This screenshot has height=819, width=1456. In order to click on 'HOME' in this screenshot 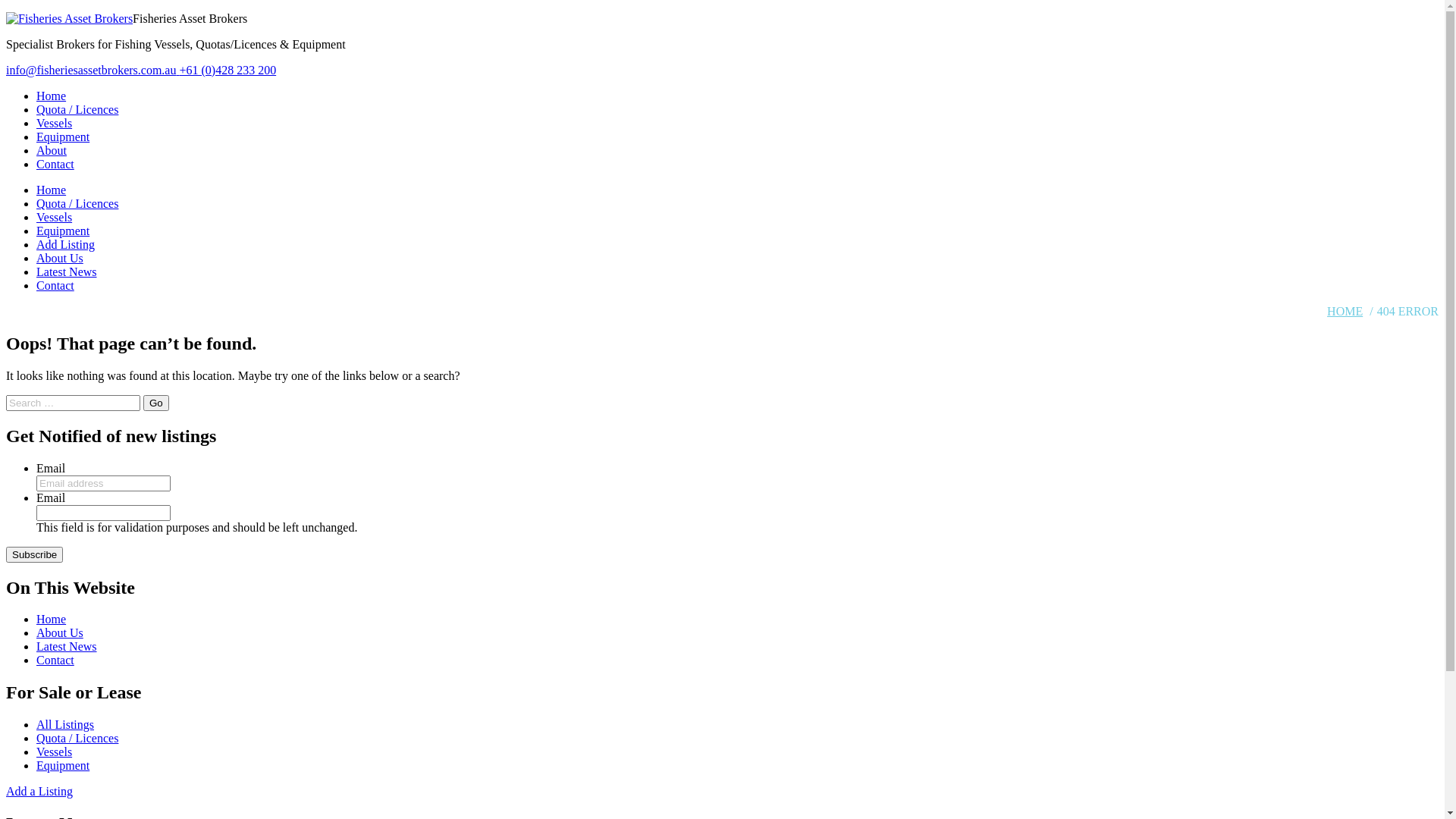, I will do `click(1345, 310)`.